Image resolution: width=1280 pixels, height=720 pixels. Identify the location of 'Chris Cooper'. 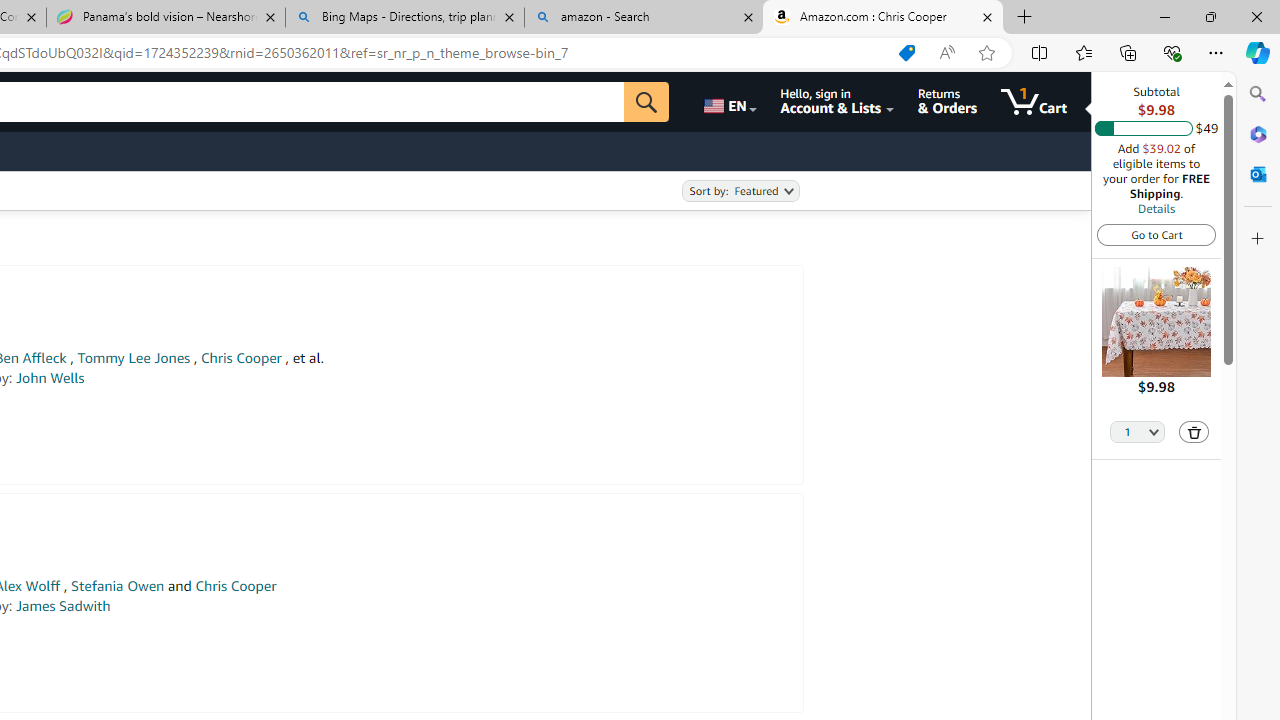
(235, 585).